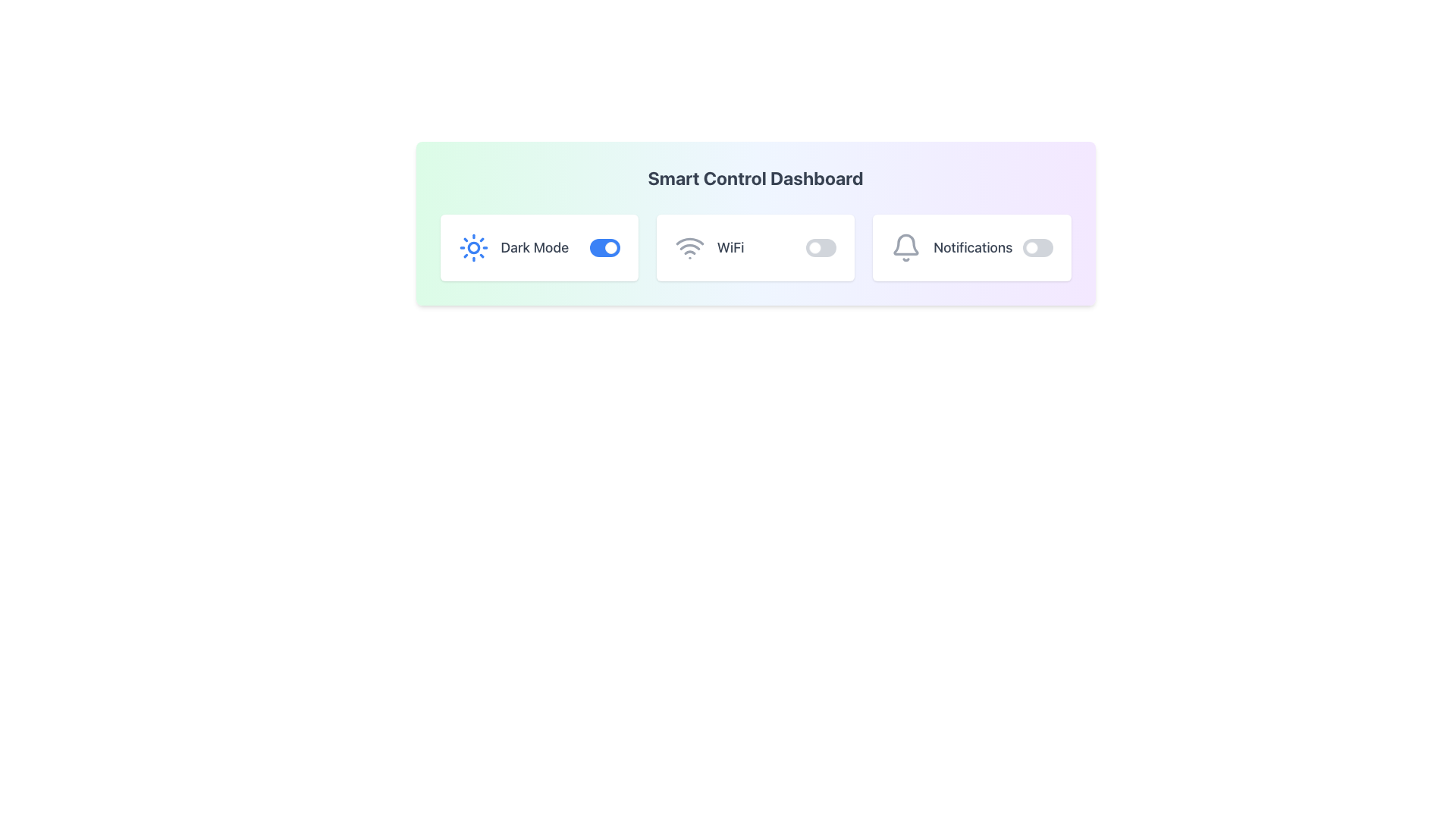 Image resolution: width=1456 pixels, height=819 pixels. I want to click on the static text label that describes the WiFi feature, positioned next to the WiFi SVG icon and followed by a toggle switch, so click(730, 247).